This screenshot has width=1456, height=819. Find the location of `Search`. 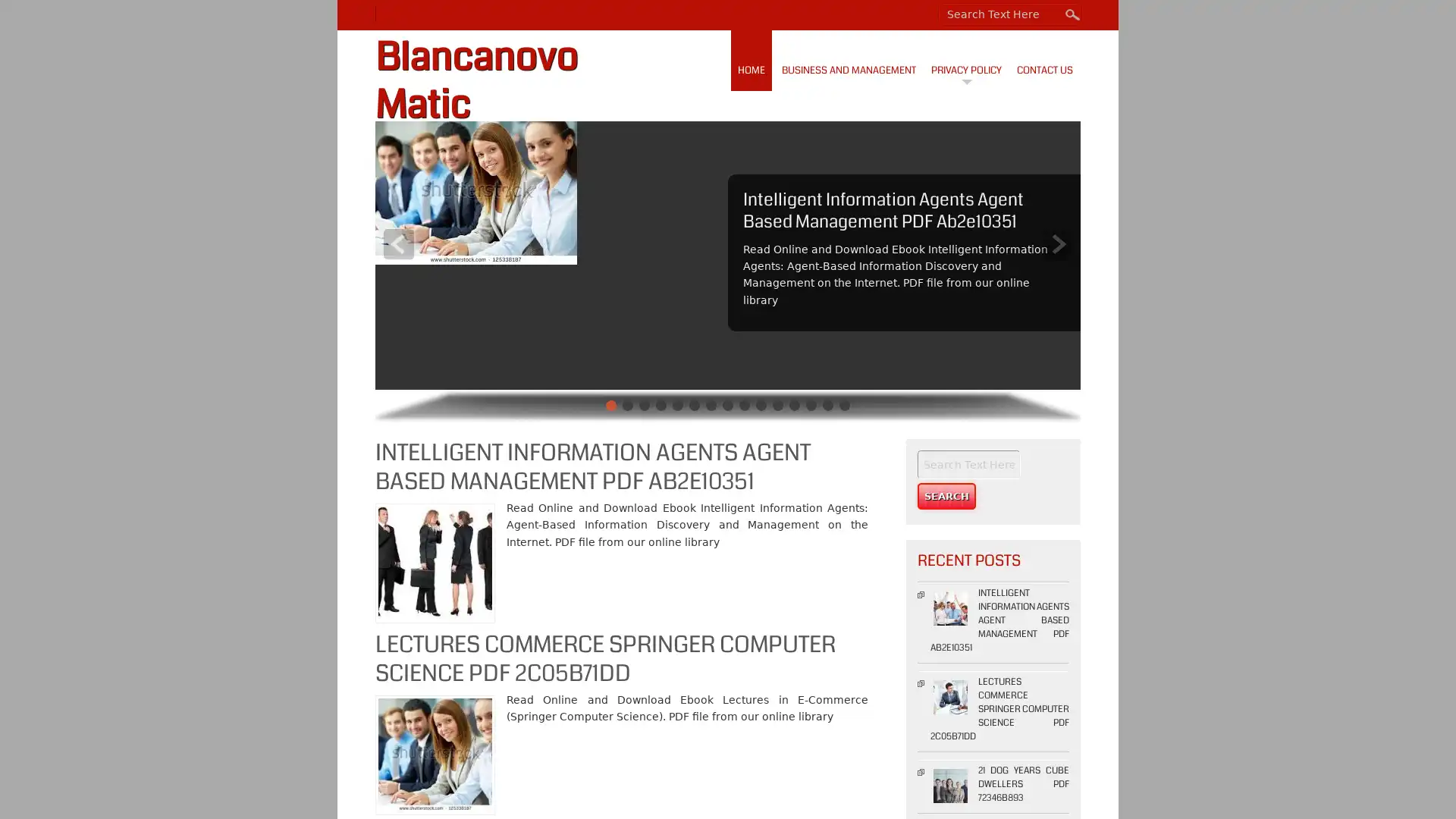

Search is located at coordinates (946, 496).